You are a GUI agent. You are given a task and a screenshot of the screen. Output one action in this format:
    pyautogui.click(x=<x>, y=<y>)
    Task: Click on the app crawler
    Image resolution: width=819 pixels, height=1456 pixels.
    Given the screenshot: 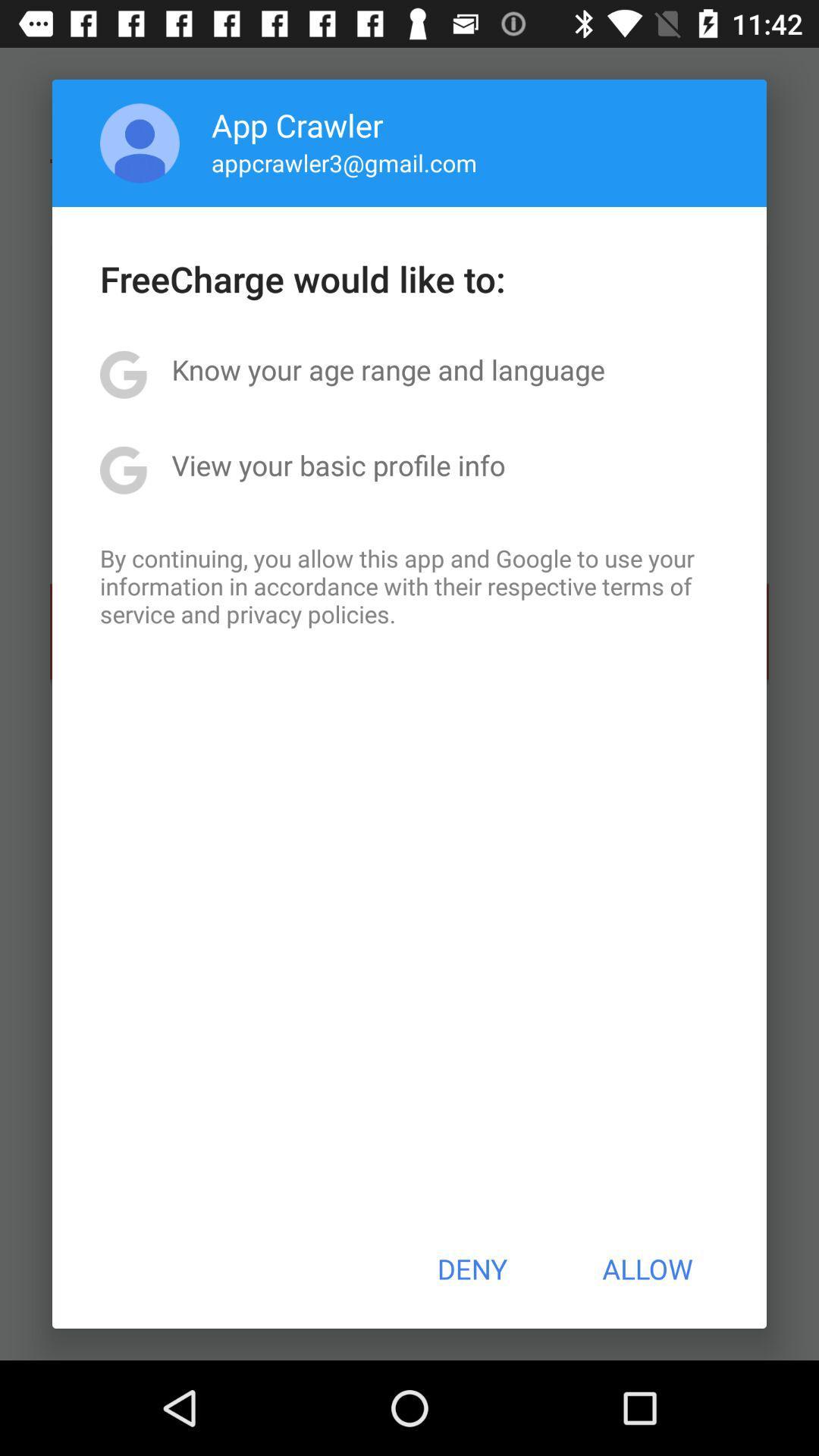 What is the action you would take?
    pyautogui.click(x=297, y=124)
    